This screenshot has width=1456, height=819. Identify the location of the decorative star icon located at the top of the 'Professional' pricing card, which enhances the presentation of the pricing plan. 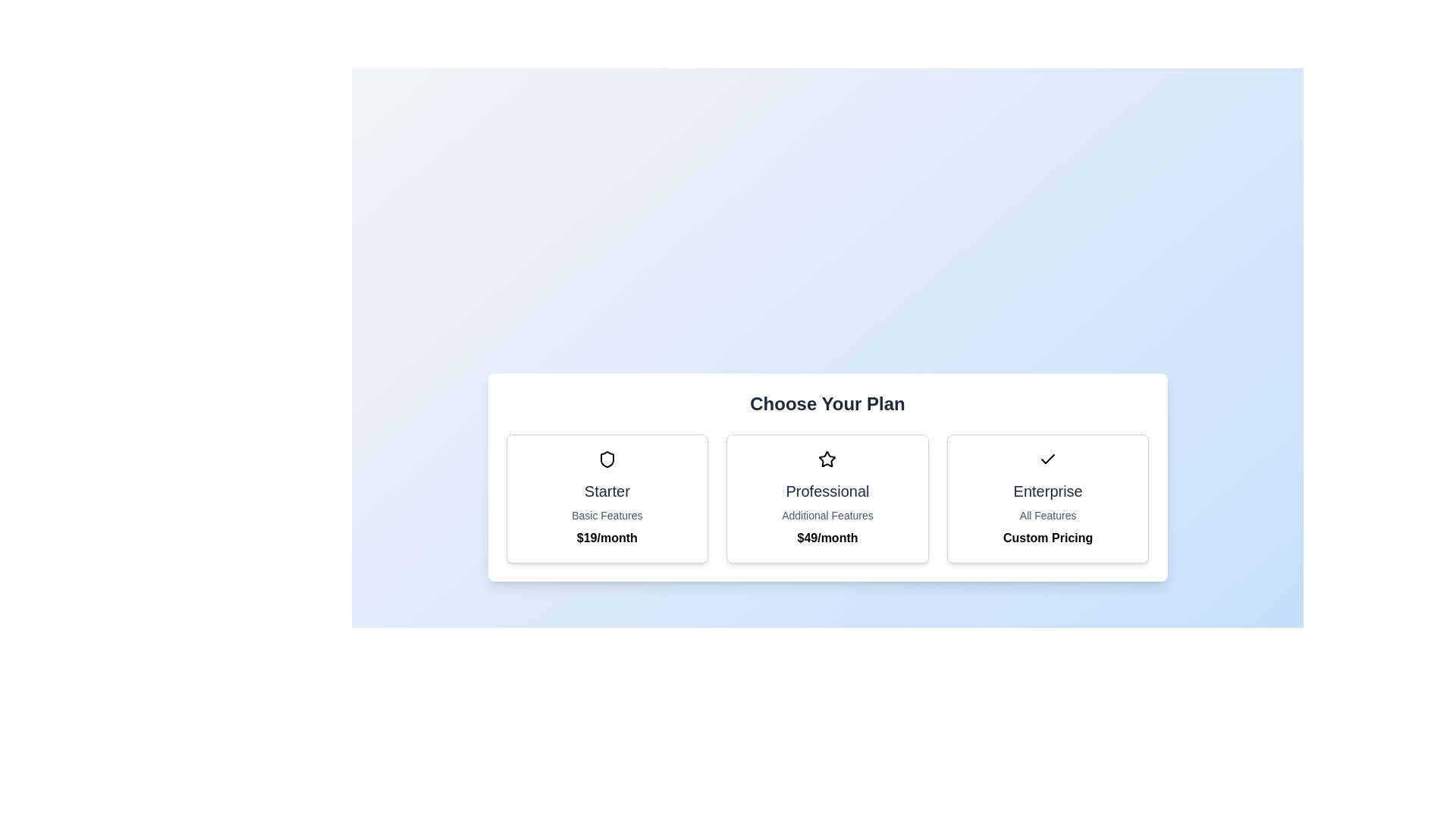
(827, 458).